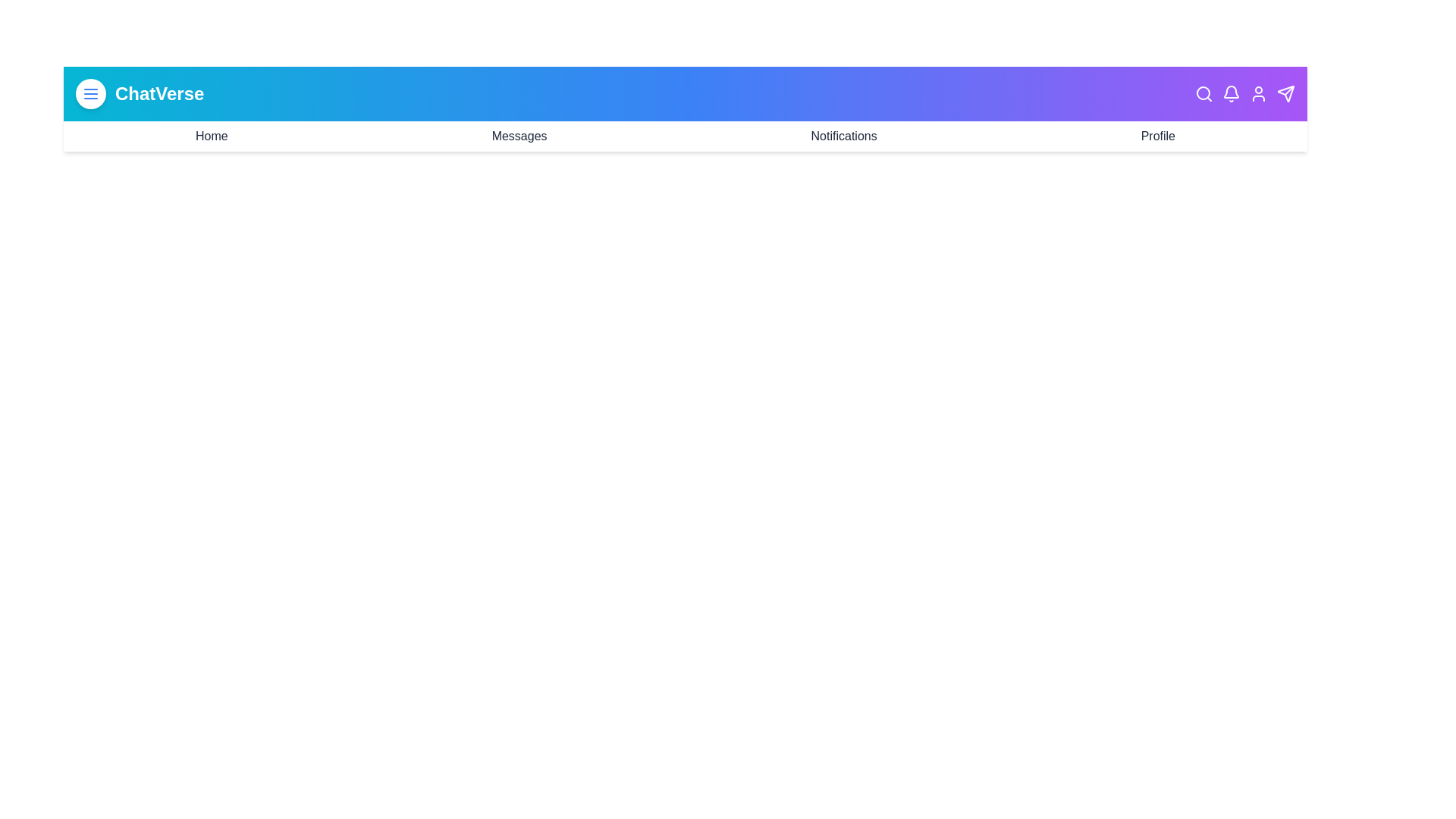 This screenshot has width=1456, height=819. Describe the element at coordinates (159, 93) in the screenshot. I see `the text element 'ChatVerse' in the app bar` at that location.